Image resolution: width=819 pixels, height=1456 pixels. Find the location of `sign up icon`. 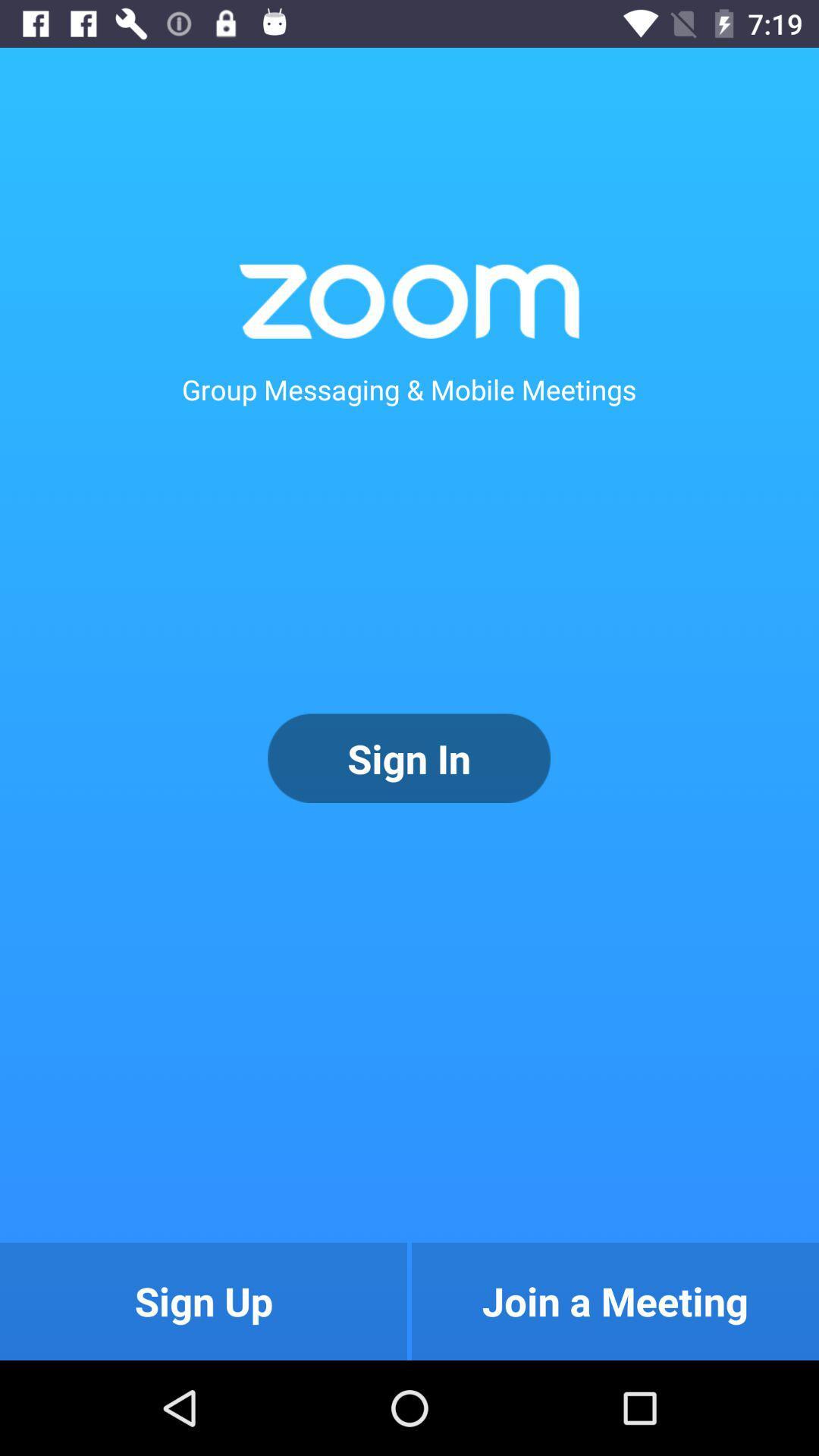

sign up icon is located at coordinates (202, 1301).